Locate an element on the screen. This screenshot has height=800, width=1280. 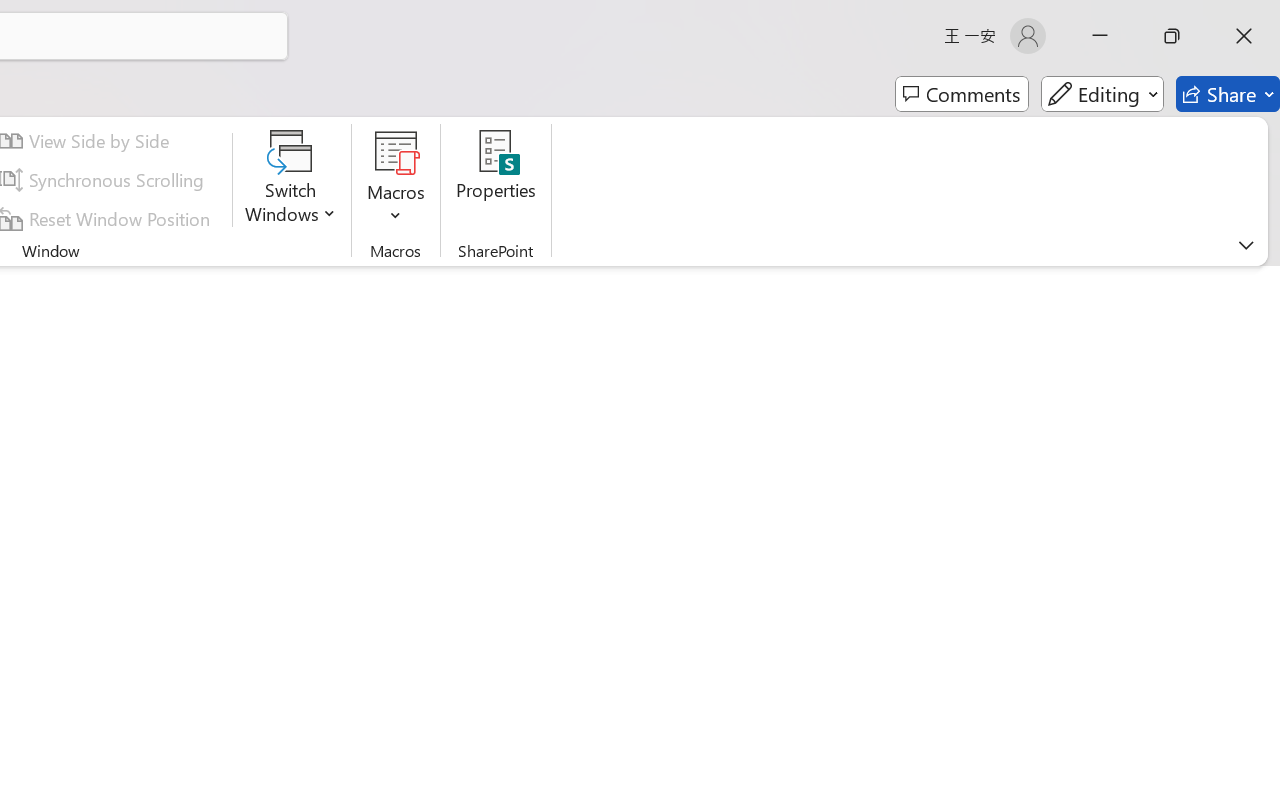
'Properties' is located at coordinates (496, 179).